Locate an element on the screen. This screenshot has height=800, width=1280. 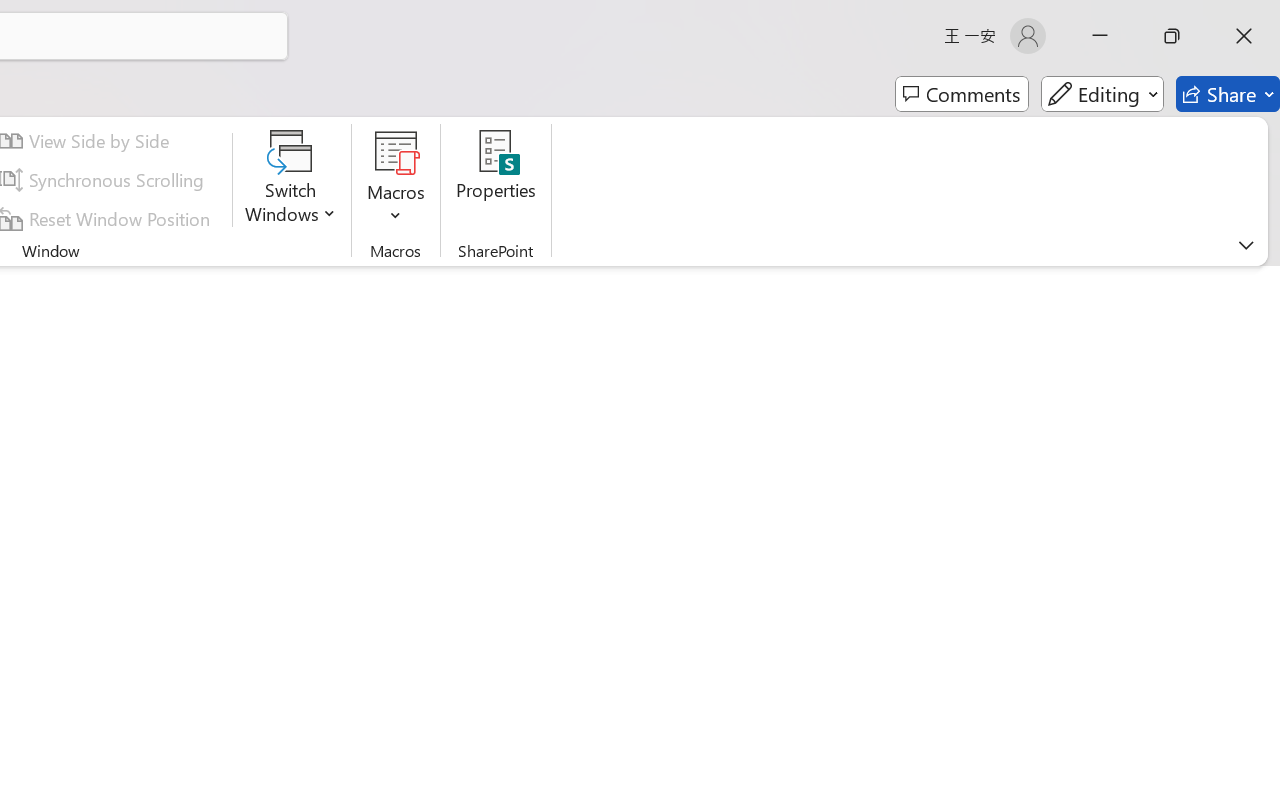
'Properties' is located at coordinates (496, 179).